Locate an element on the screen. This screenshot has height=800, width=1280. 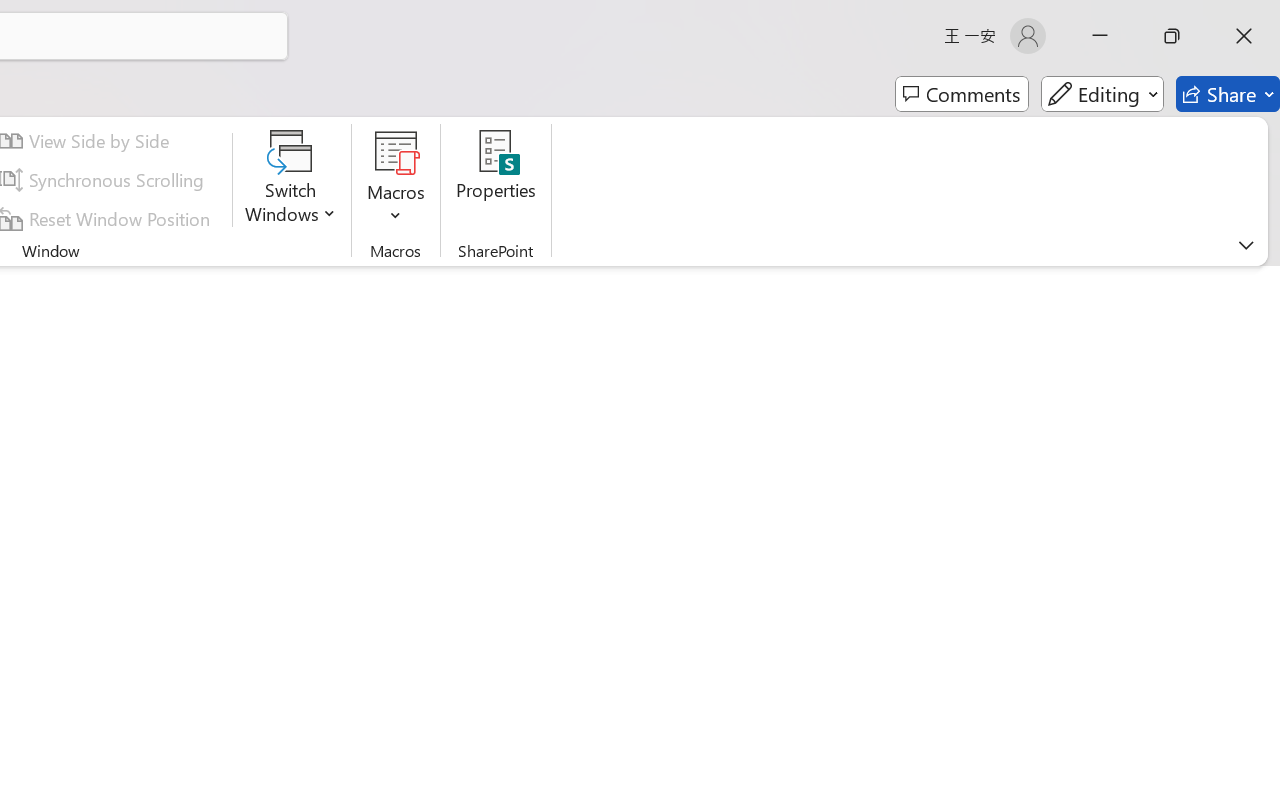
'Properties' is located at coordinates (496, 179).